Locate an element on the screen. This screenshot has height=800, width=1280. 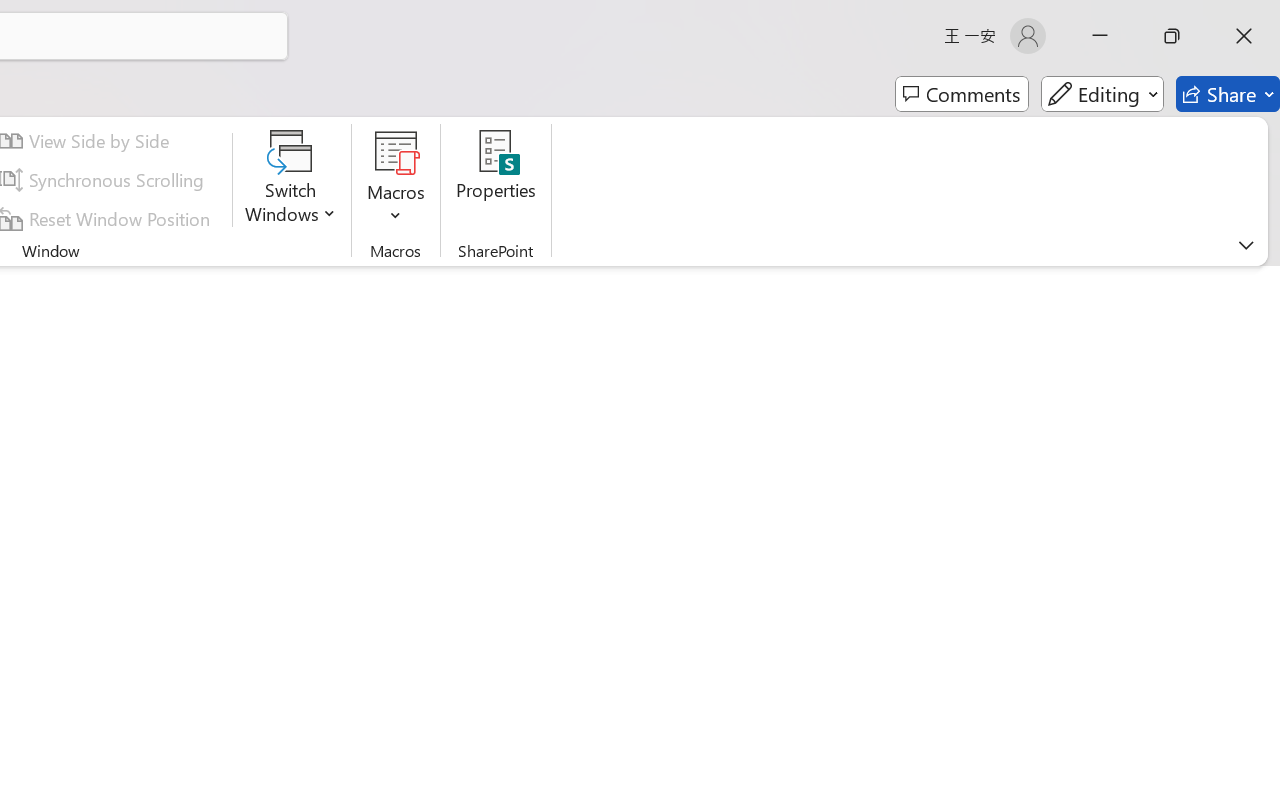
'Properties' is located at coordinates (496, 179).